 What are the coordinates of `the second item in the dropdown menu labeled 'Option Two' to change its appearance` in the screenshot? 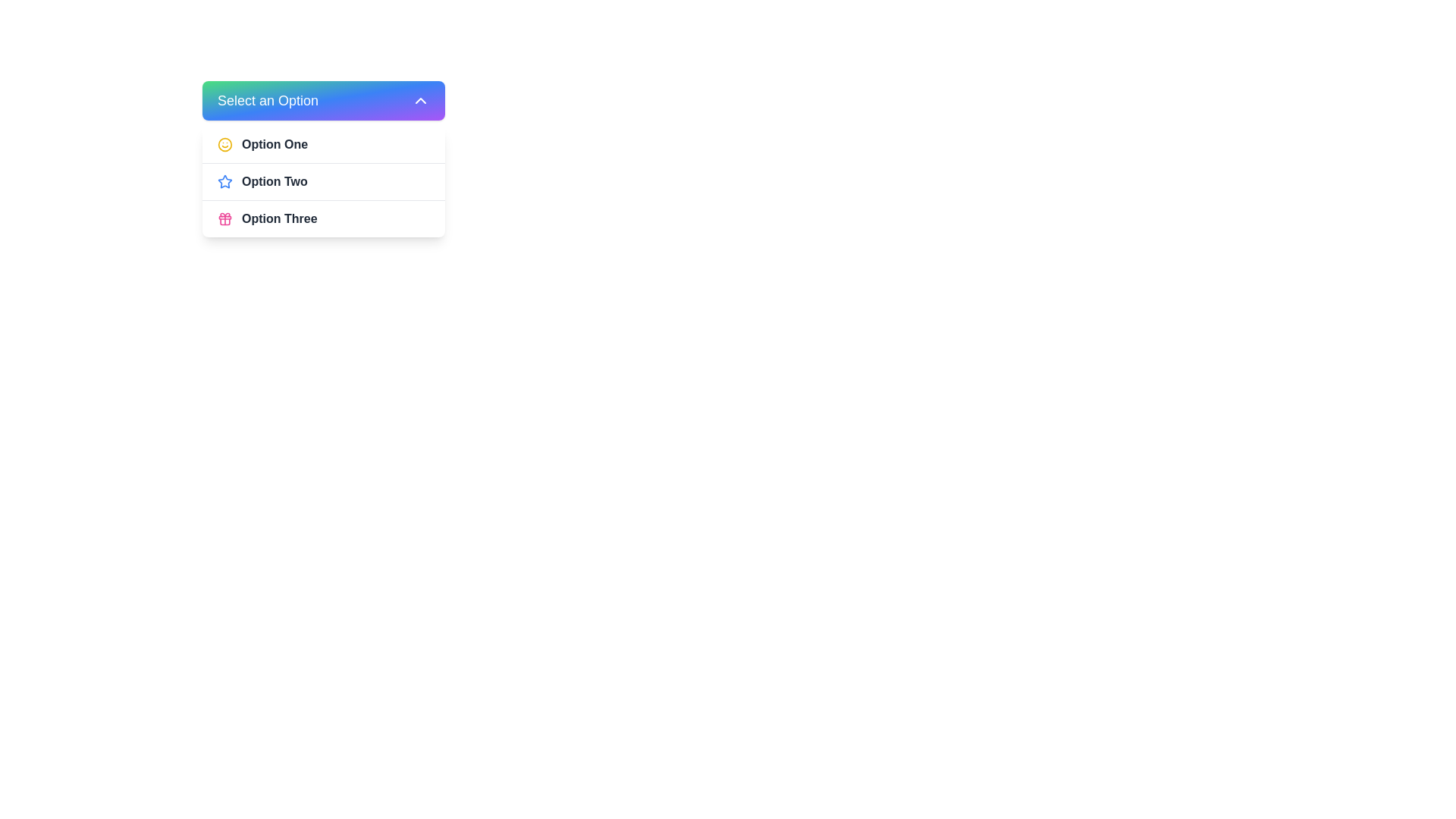 It's located at (323, 180).